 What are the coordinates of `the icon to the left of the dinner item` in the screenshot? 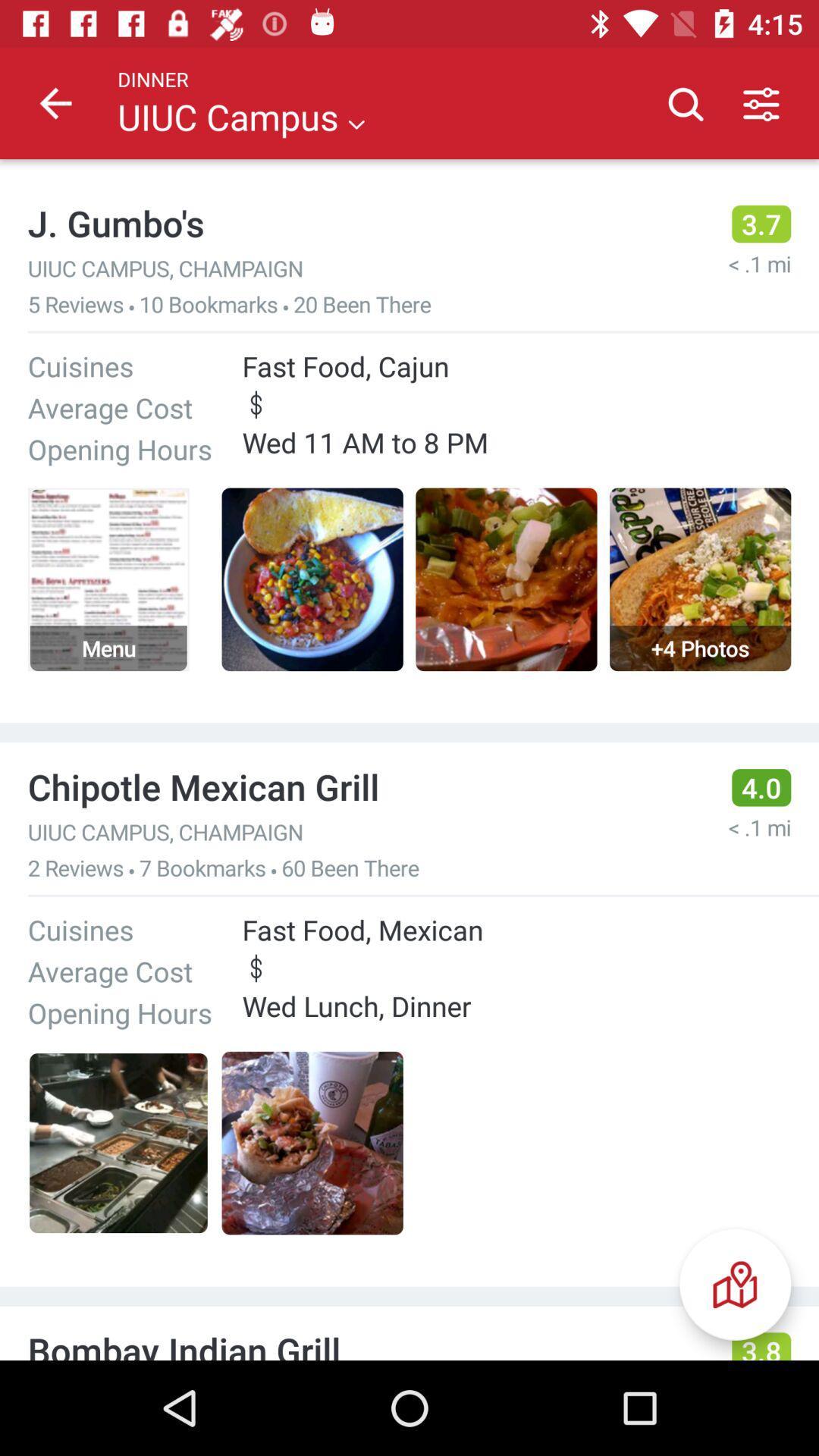 It's located at (55, 102).